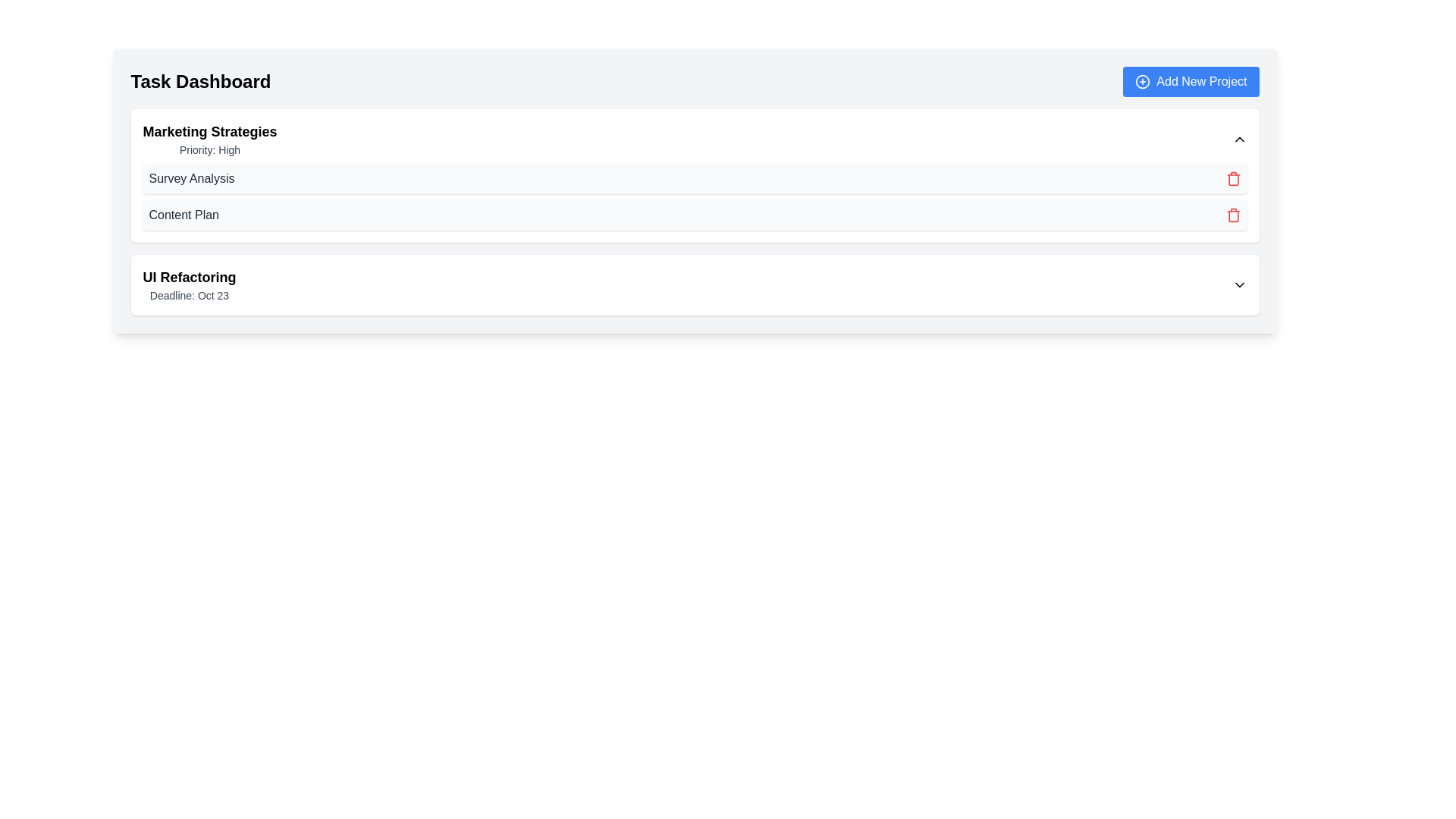  Describe the element at coordinates (209, 140) in the screenshot. I see `the static text element labeled 'Marketing Strategies' with the subtext 'Priority: High' near the top left area of the dashboard` at that location.